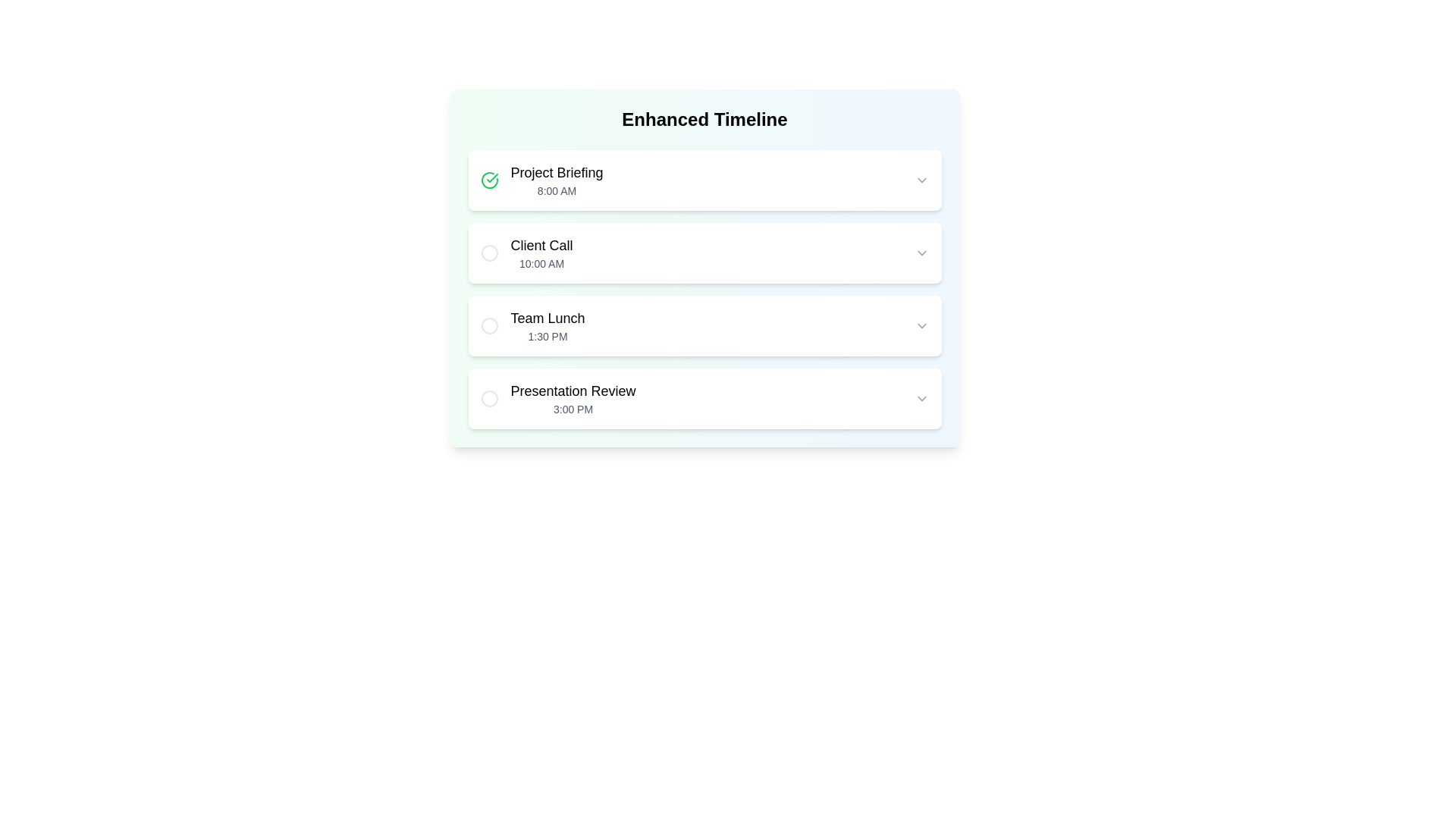 This screenshot has height=819, width=1456. What do you see at coordinates (541, 180) in the screenshot?
I see `the first event entry in the Enhanced Timeline list, which is positioned above 'Client Call', 'Team Lunch', and 'Presentation Review'` at bounding box center [541, 180].